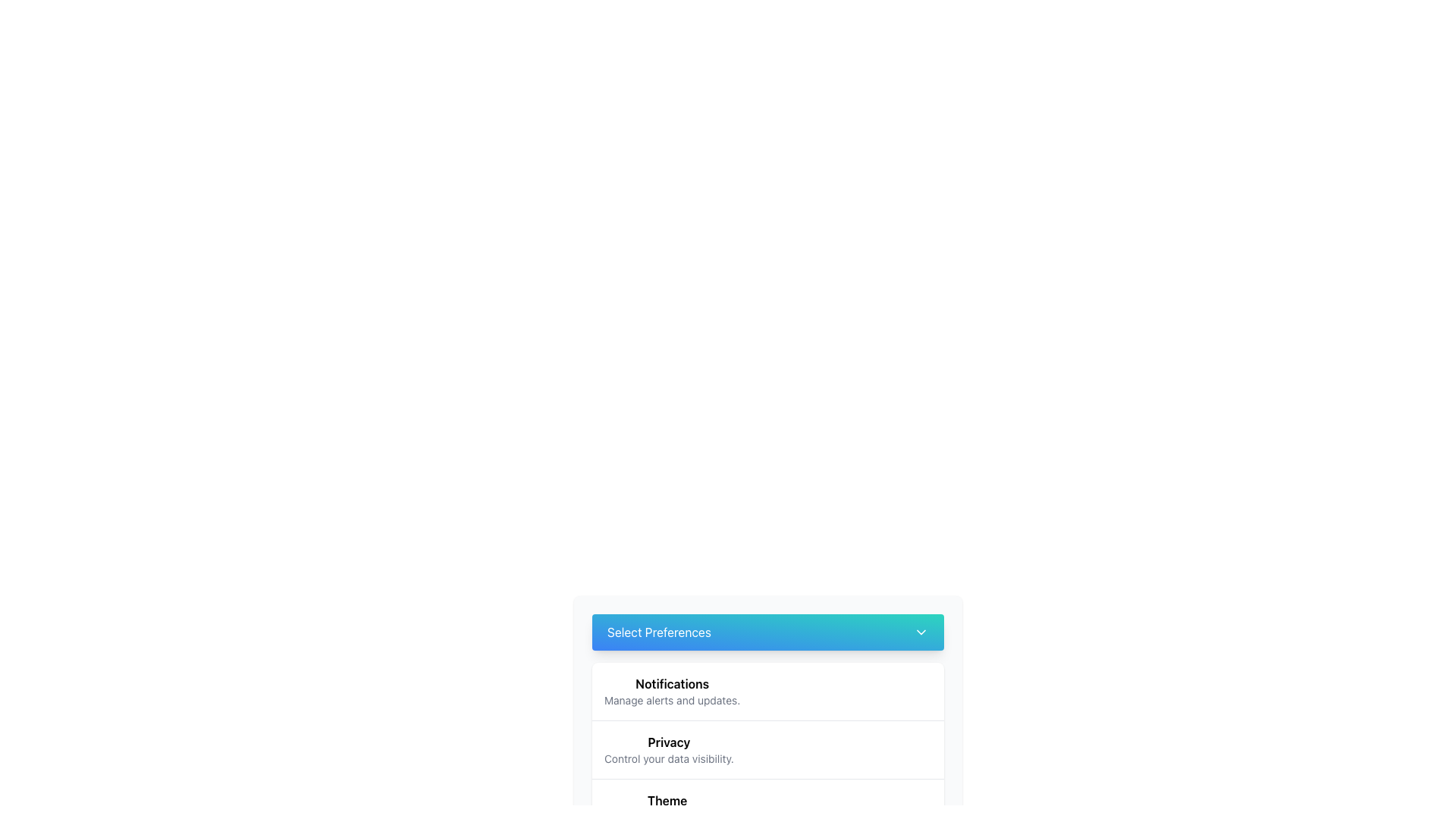 The image size is (1456, 819). I want to click on the Notifications section title and description element located below the 'Select Preferences' blue title bar, so click(767, 675).